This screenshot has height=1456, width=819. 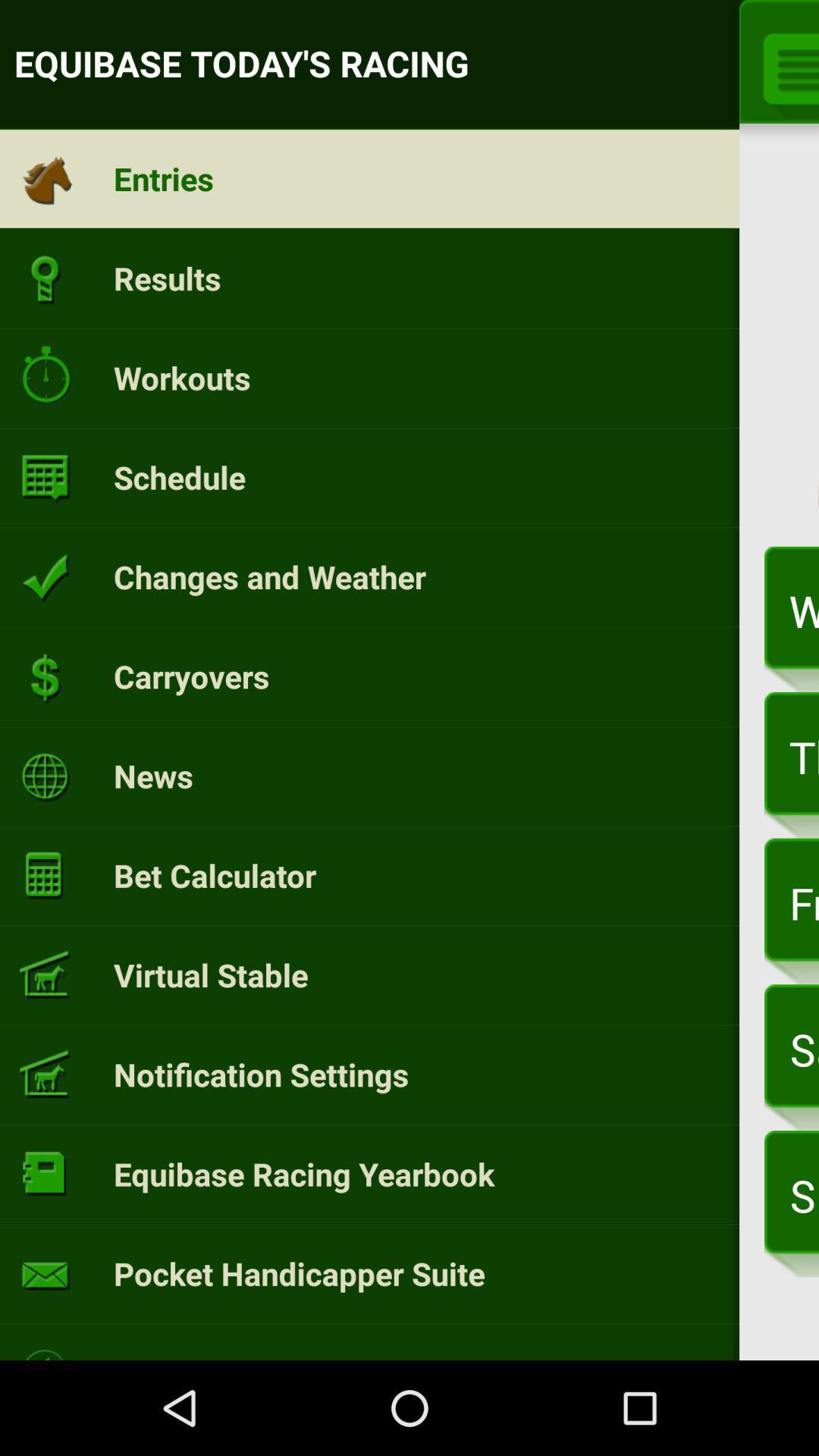 What do you see at coordinates (785, 65) in the screenshot?
I see `it provides the submenu` at bounding box center [785, 65].